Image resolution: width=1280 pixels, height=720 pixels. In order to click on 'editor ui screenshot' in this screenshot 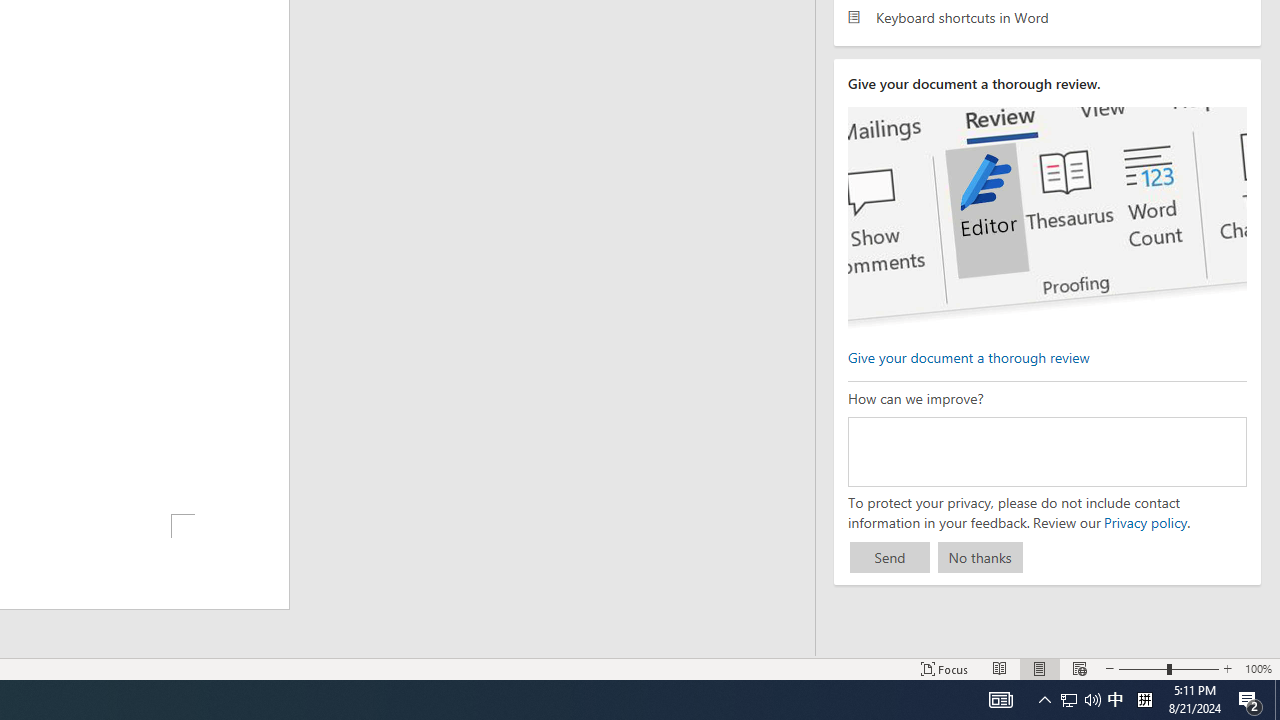, I will do `click(1046, 218)`.